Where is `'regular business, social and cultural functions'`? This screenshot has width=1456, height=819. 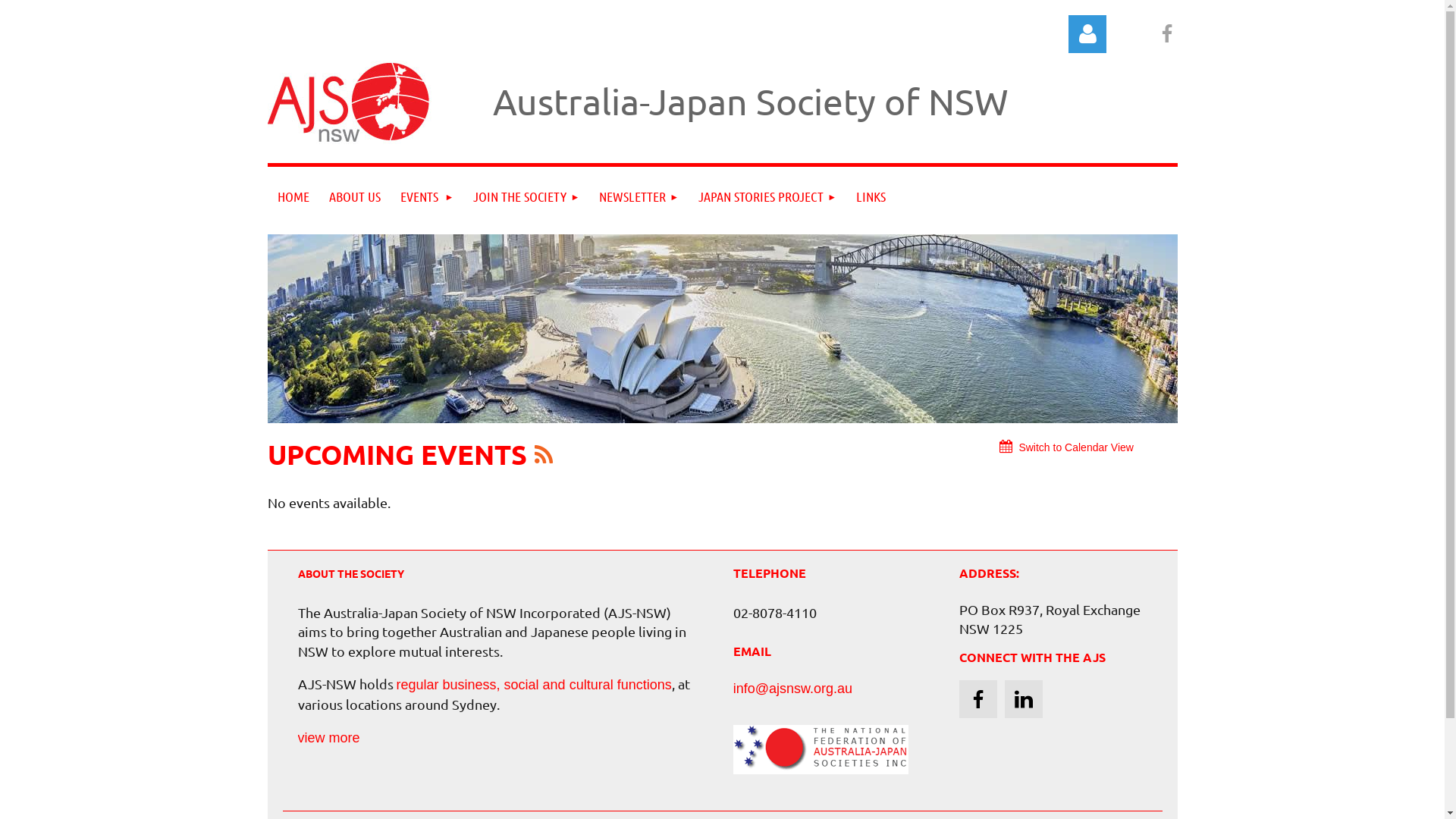 'regular business, social and cultural functions' is located at coordinates (396, 684).